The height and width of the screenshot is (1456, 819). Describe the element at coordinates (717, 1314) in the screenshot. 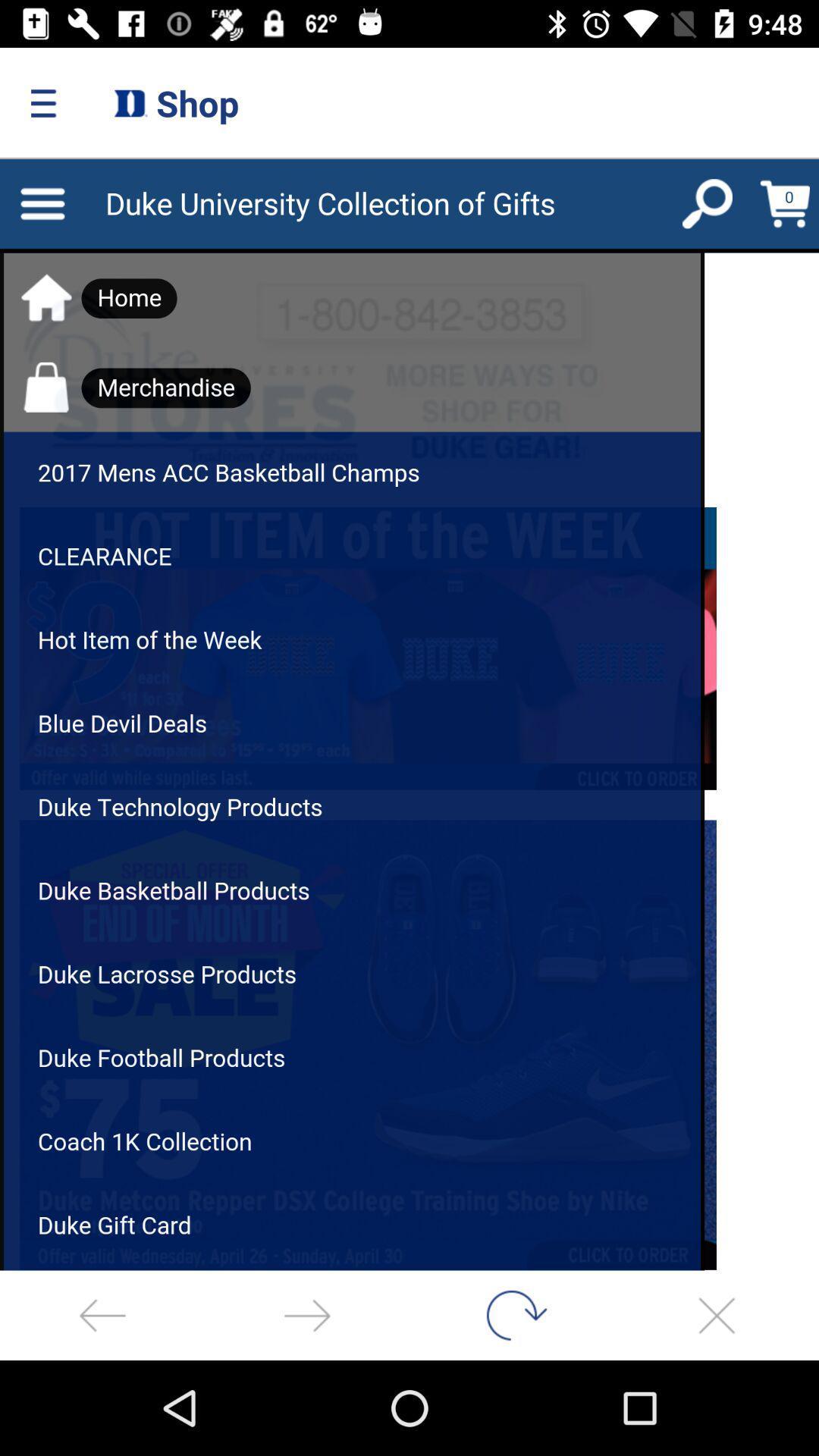

I see `close` at that location.